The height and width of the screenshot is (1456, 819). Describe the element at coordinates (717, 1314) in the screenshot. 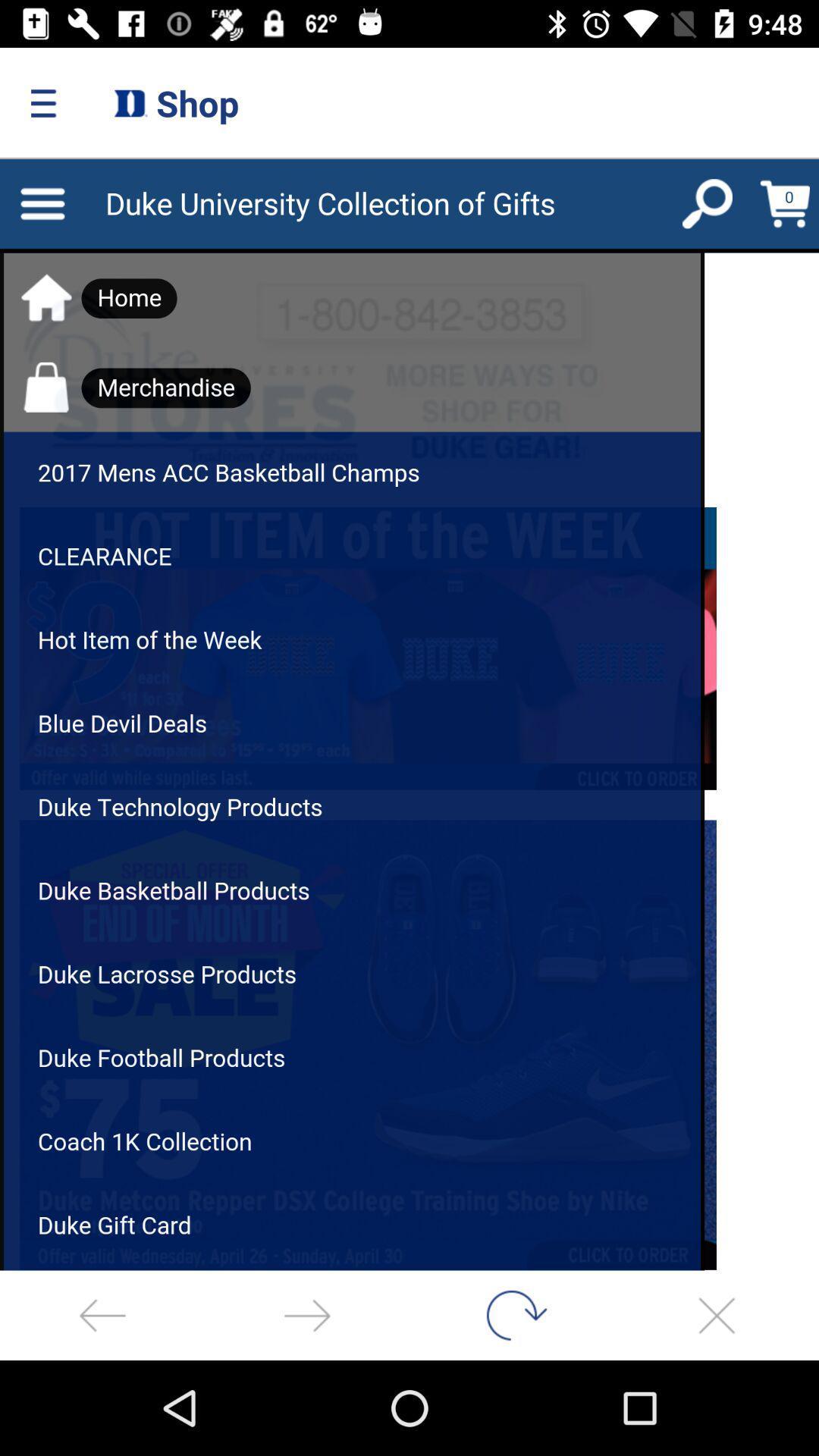

I see `close` at that location.